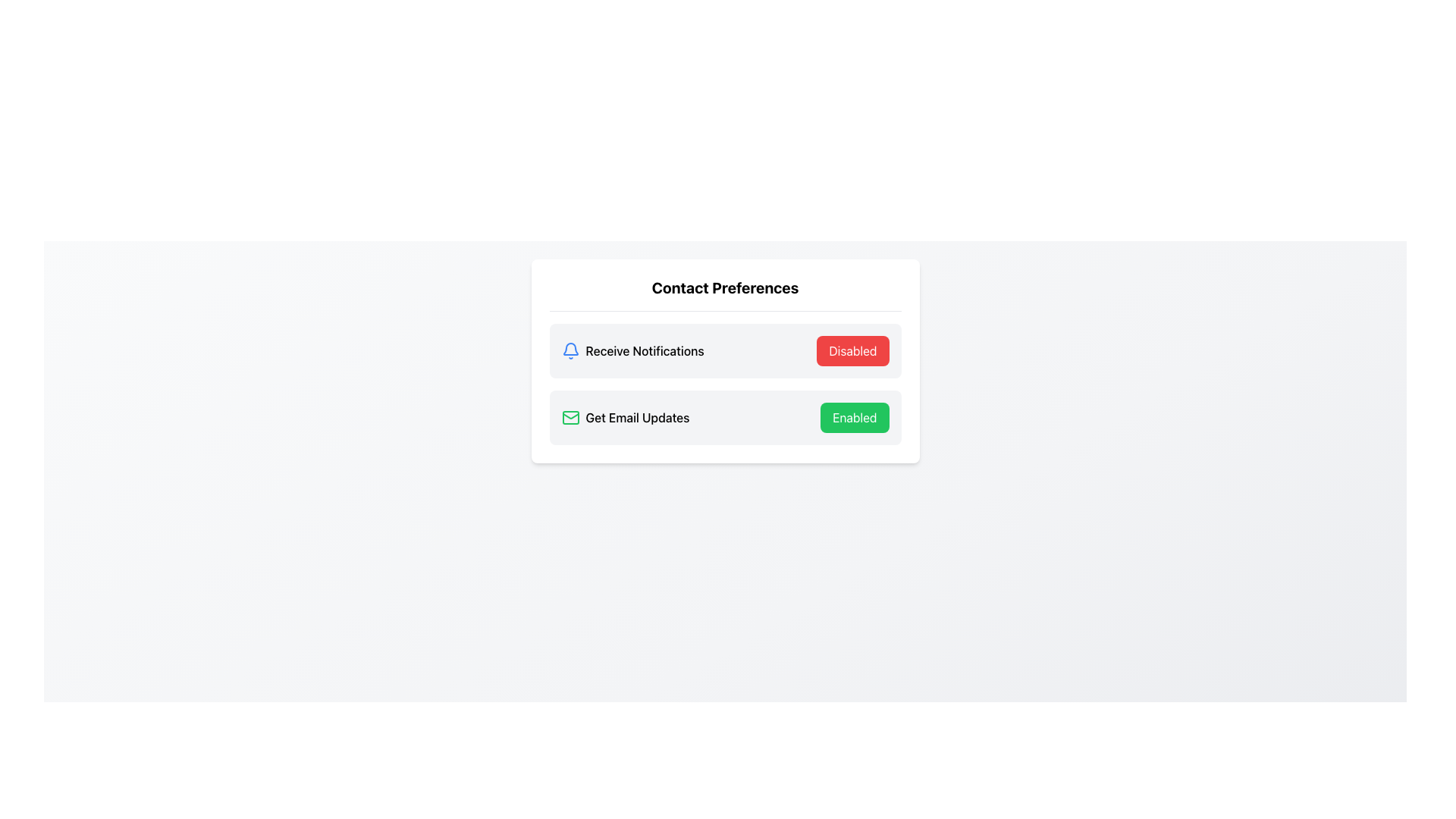 Image resolution: width=1456 pixels, height=819 pixels. I want to click on the blue bell icon representing notifications, located to the left of the 'Receive Notifications' label in the preferences layout, so click(570, 350).